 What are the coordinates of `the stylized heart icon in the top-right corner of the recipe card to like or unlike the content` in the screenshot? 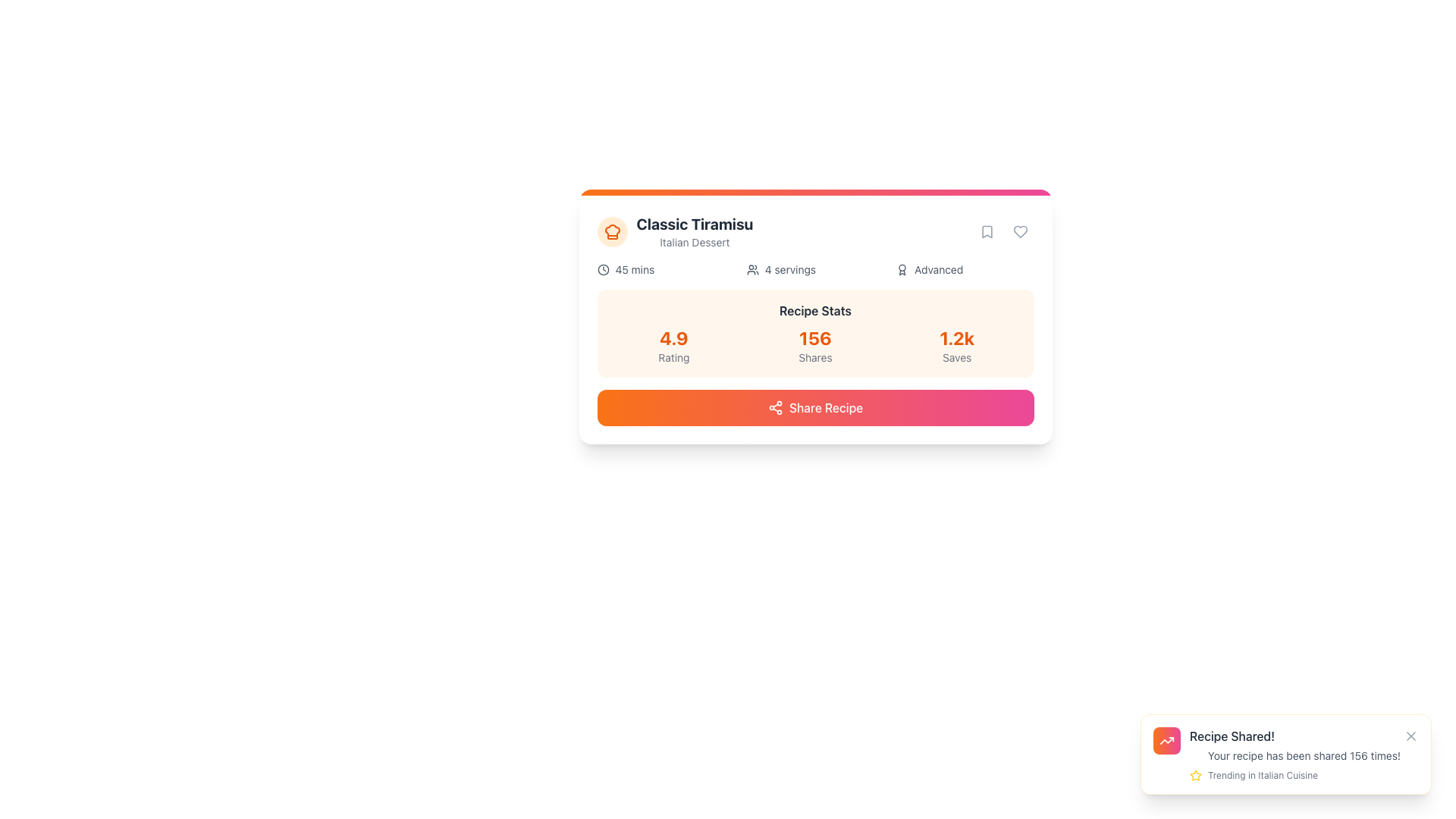 It's located at (1020, 231).